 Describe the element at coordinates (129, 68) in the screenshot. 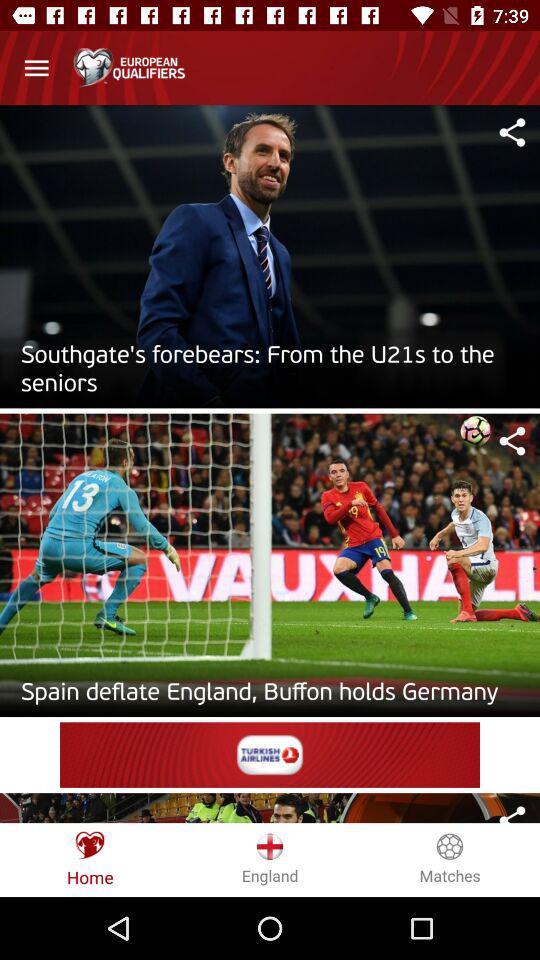

I see `the heading of the page` at that location.